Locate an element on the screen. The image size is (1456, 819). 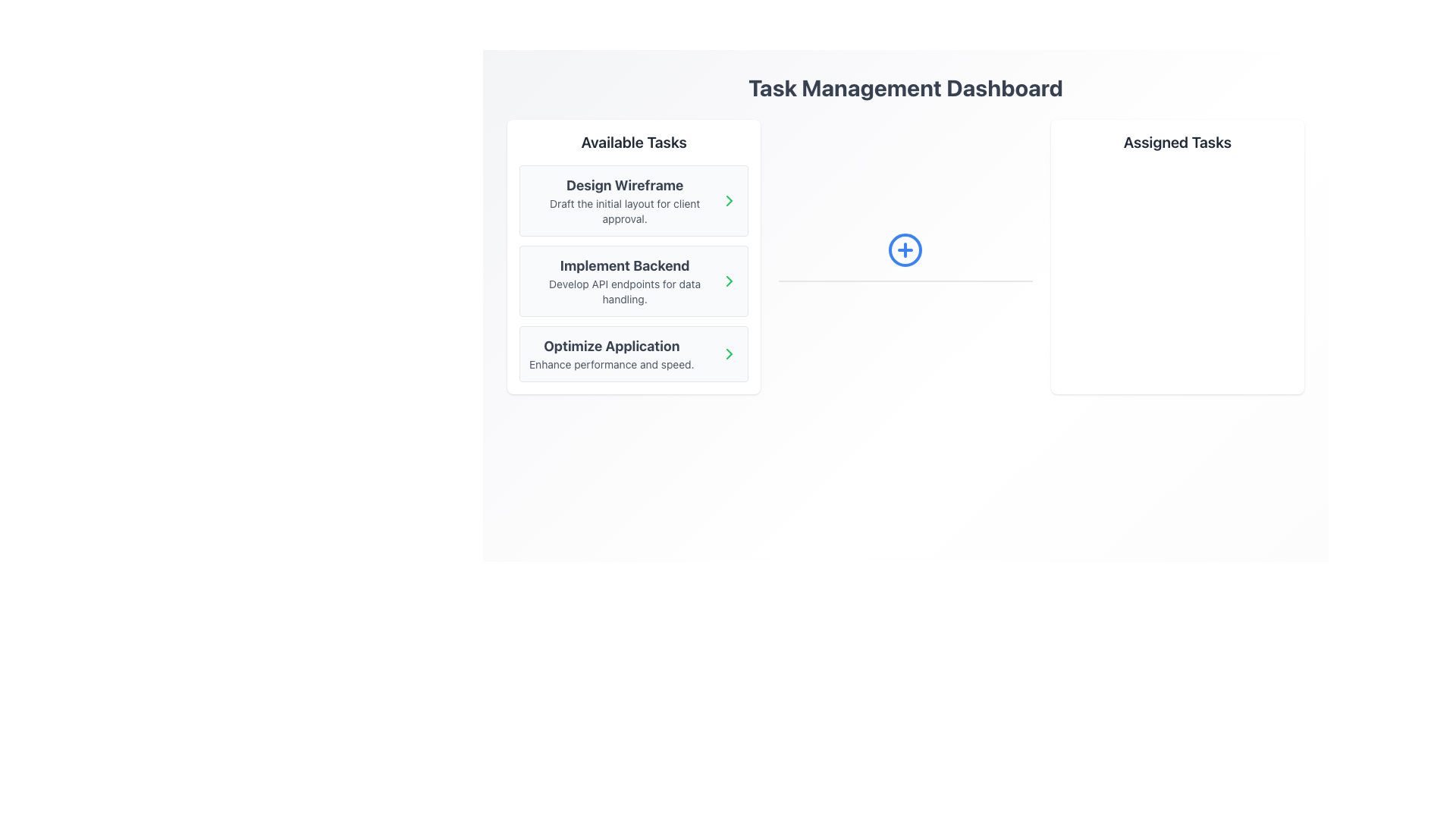
the top-most text element that introduces the content of the interface, providing context to the application is located at coordinates (905, 87).